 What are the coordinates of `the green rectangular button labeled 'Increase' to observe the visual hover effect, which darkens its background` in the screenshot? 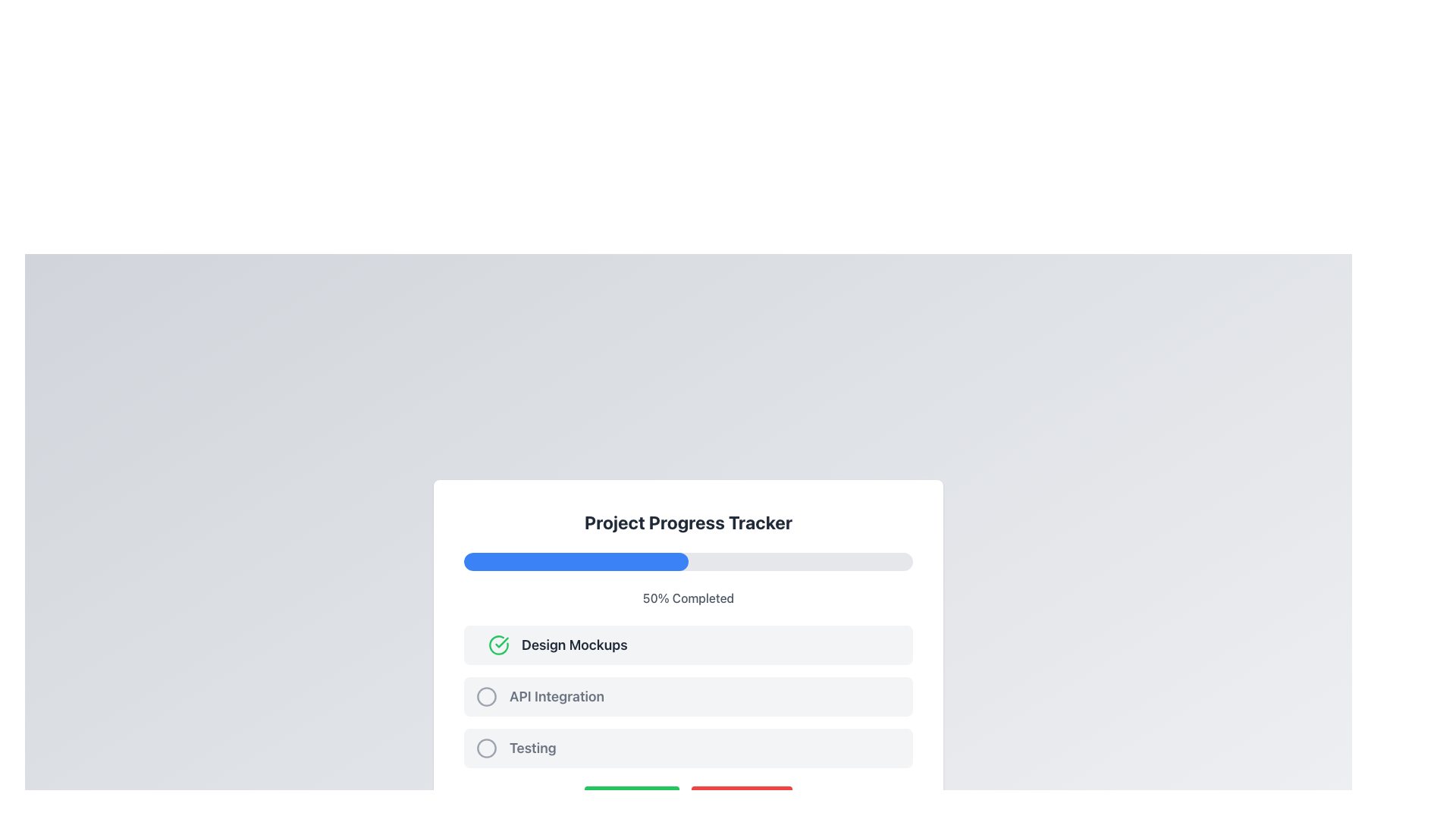 It's located at (632, 800).